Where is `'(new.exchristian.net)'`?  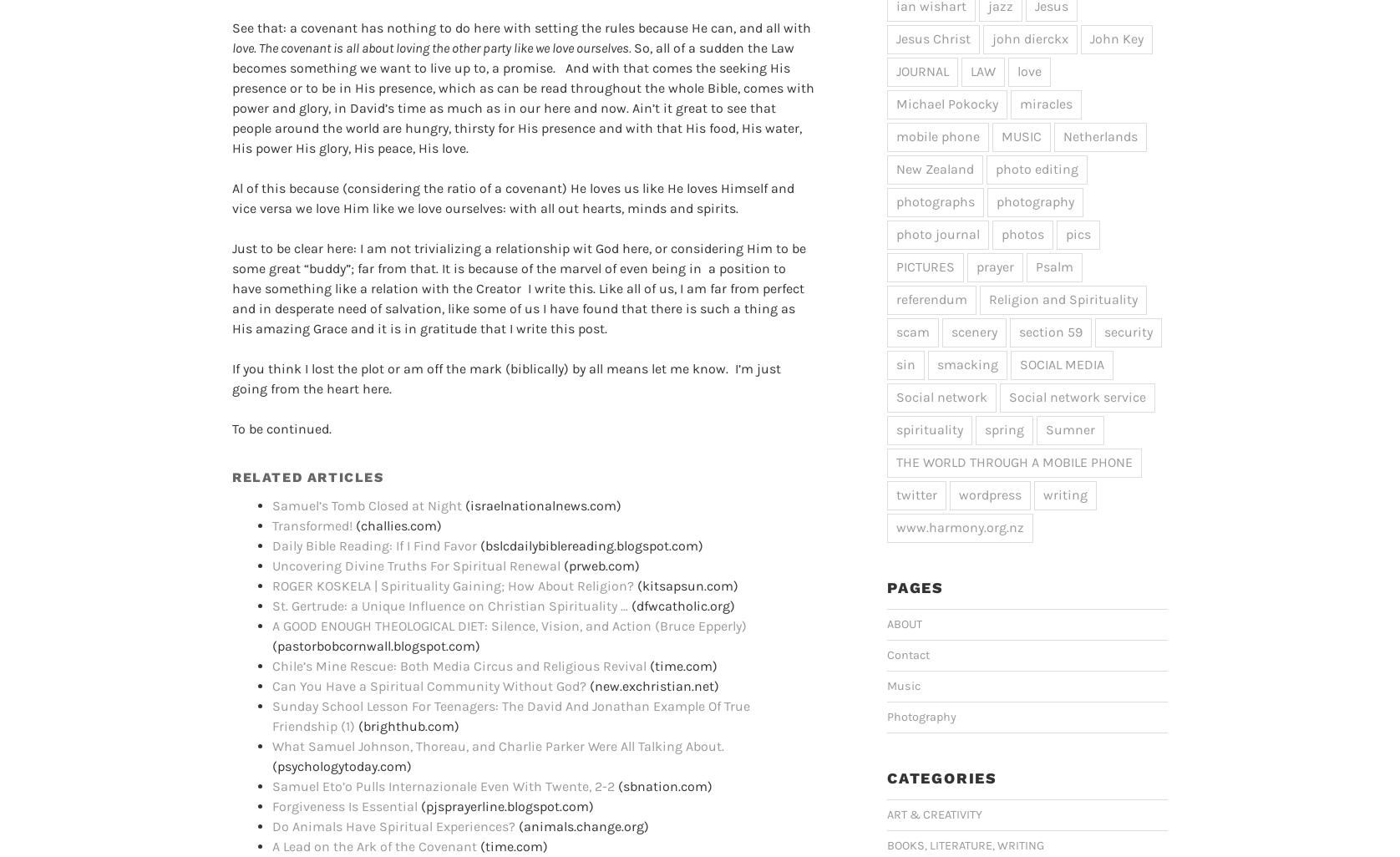 '(new.exchristian.net)' is located at coordinates (652, 684).